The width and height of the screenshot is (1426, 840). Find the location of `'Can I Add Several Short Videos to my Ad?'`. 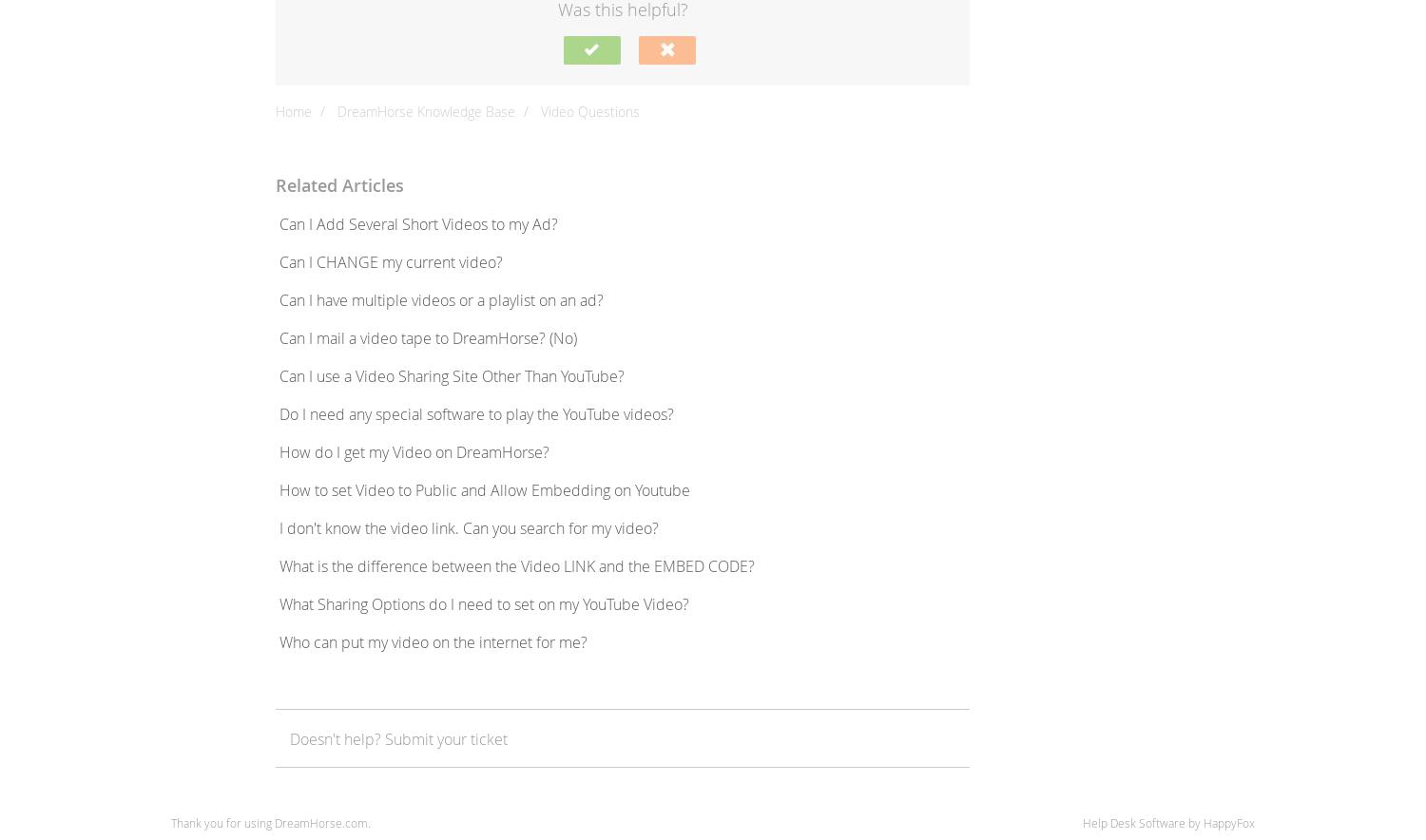

'Can I Add Several Short Videos to my Ad?' is located at coordinates (279, 224).